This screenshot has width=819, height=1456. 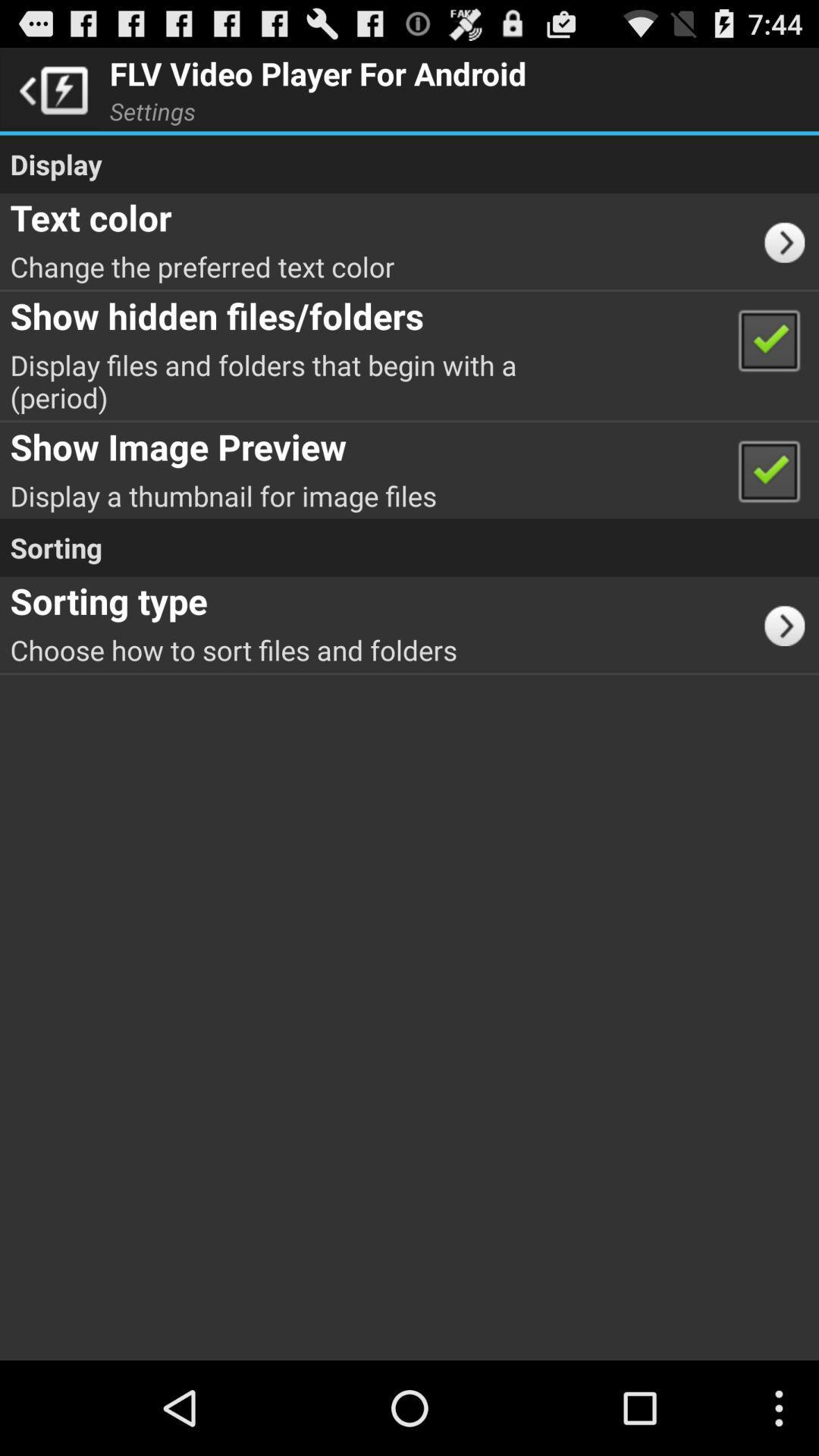 What do you see at coordinates (789, 624) in the screenshot?
I see `the app to the right of the choose how to` at bounding box center [789, 624].